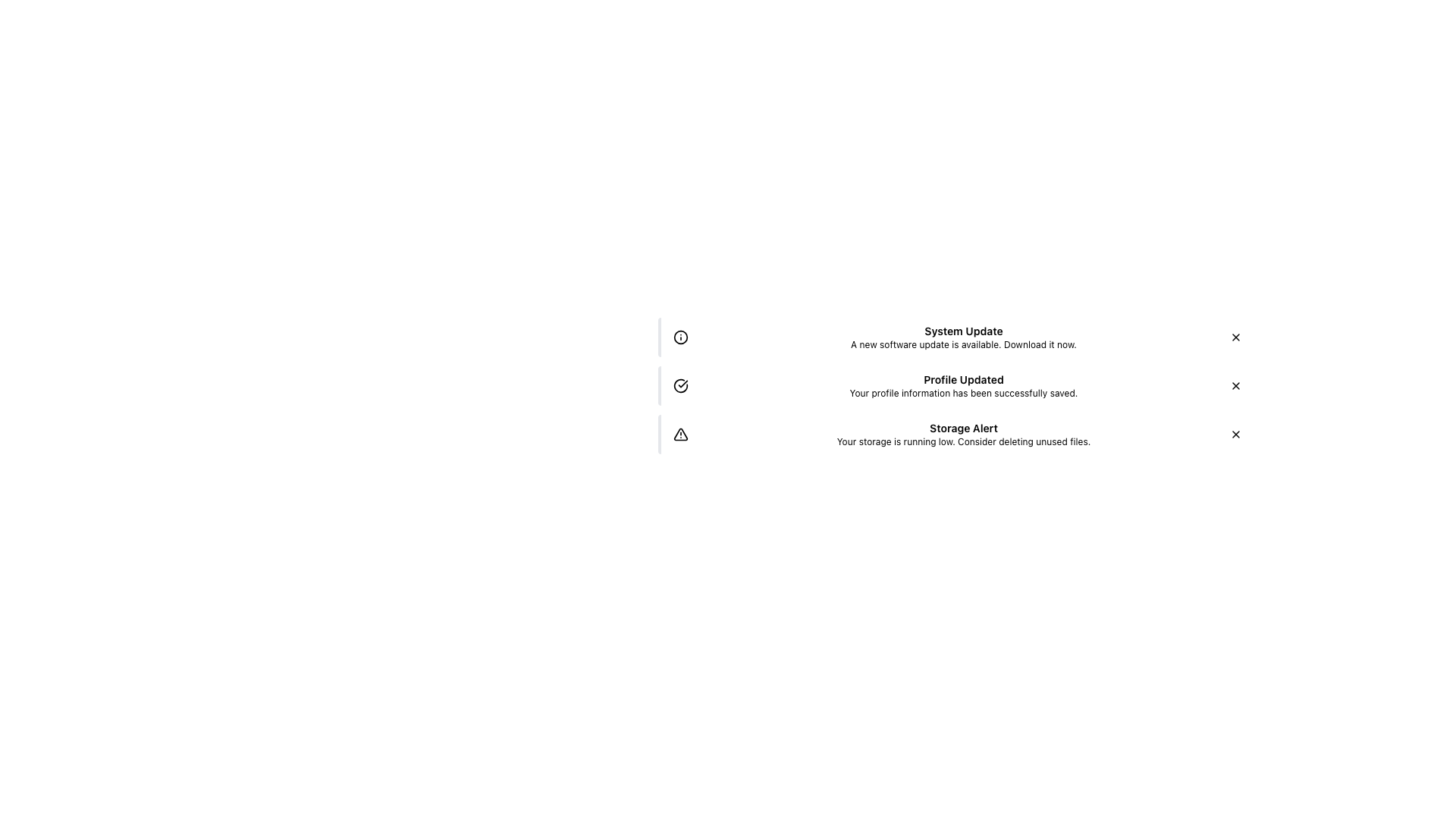 The width and height of the screenshot is (1456, 819). What do you see at coordinates (1236, 336) in the screenshot?
I see `the close button represented by an 'X' icon in the 'System Update' notification` at bounding box center [1236, 336].